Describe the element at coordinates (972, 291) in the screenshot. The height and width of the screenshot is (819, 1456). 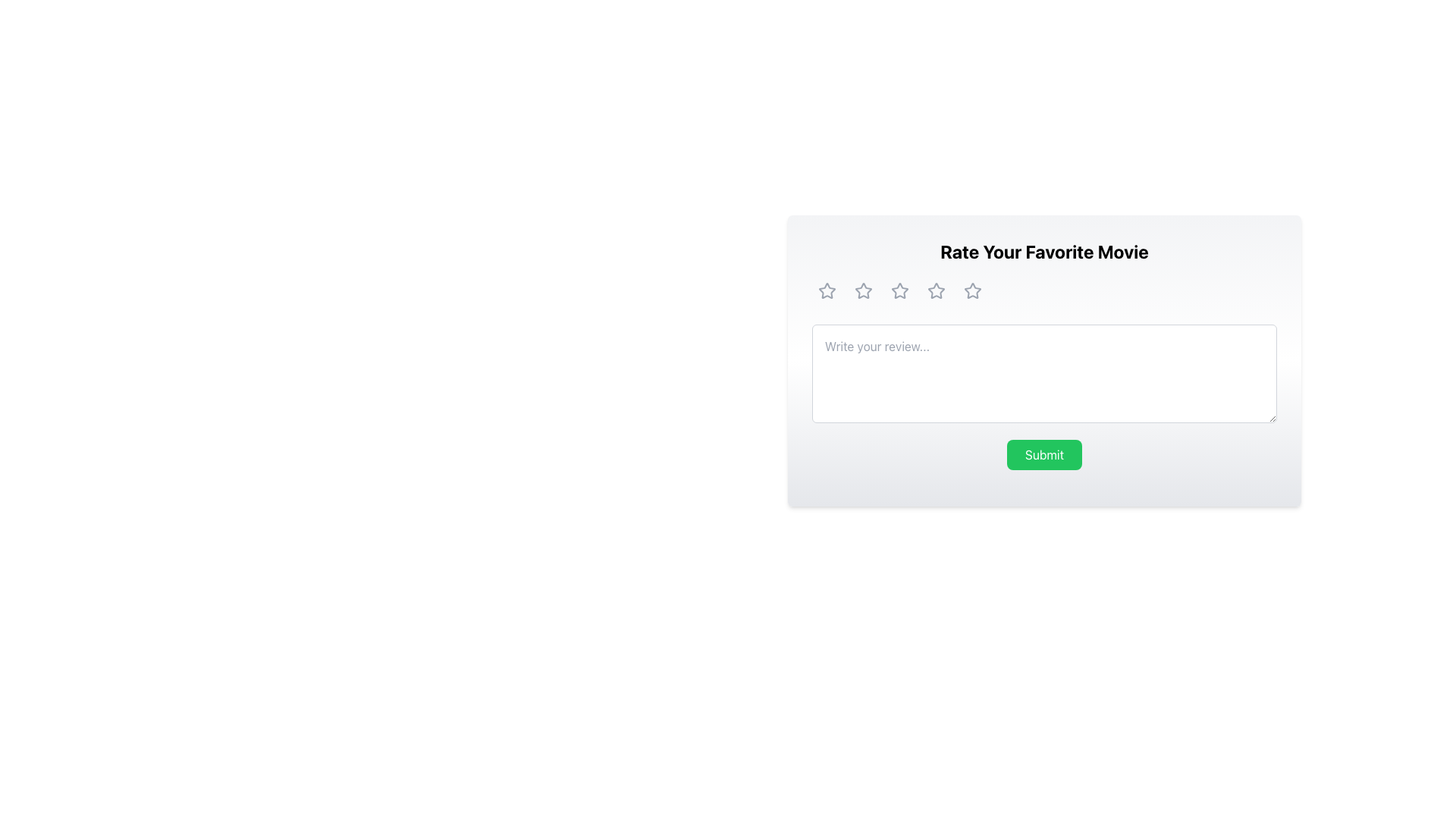
I see `the fifth star icon in the five-star rating system` at that location.